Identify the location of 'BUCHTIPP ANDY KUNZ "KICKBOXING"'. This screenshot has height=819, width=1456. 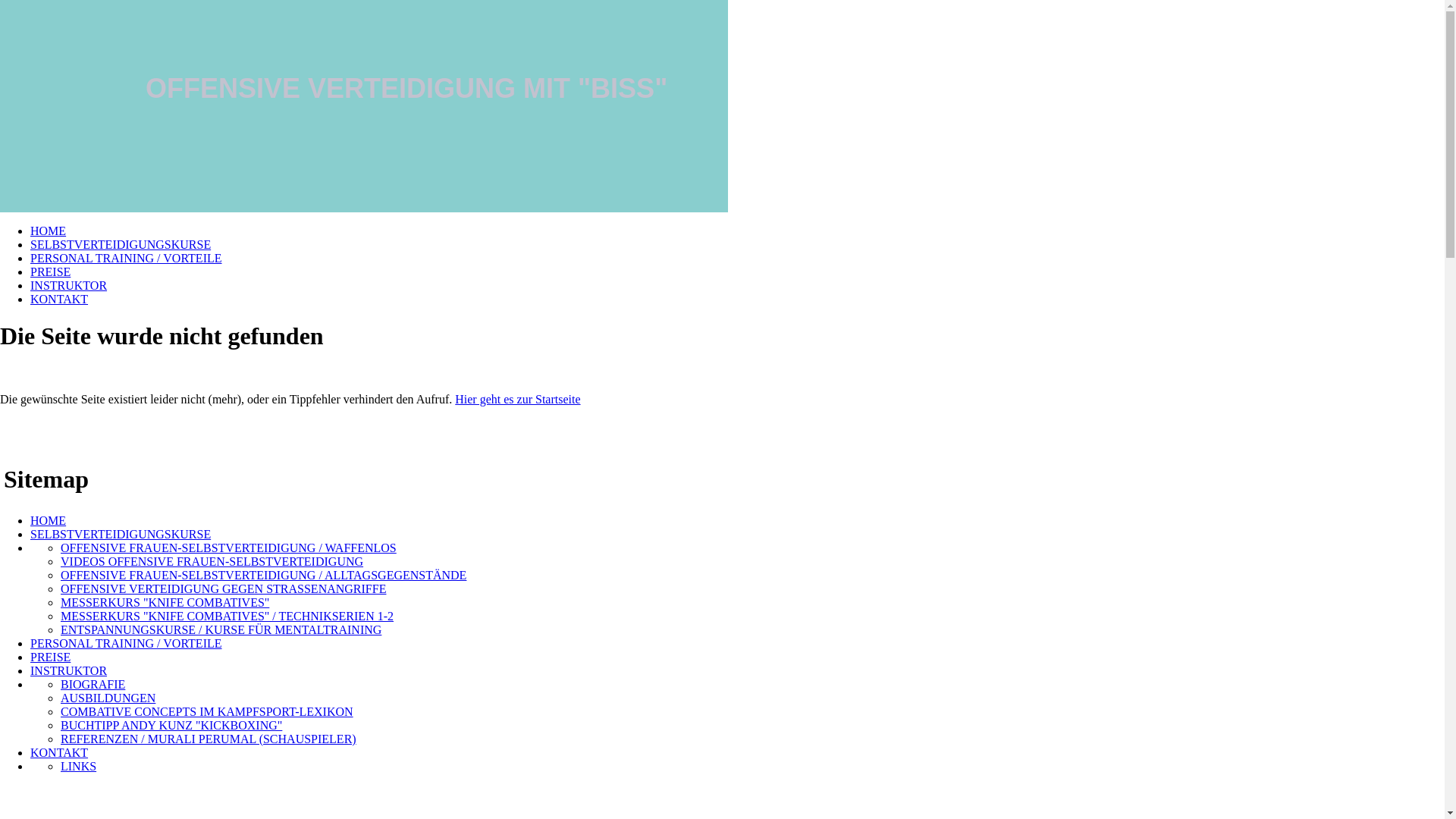
(171, 724).